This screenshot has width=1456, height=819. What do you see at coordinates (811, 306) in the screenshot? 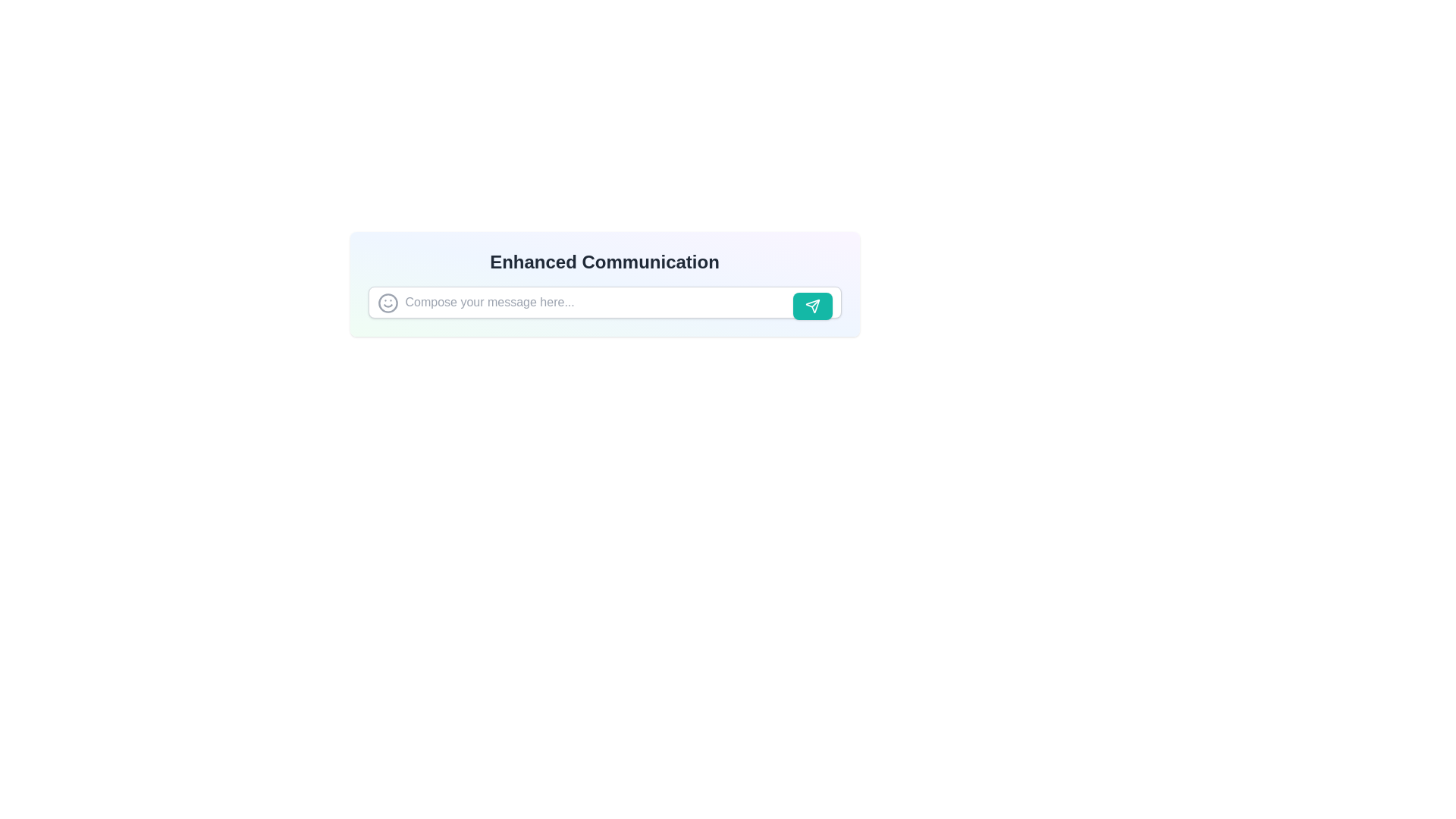
I see `the triangular paper plane icon within the teal circular button located at the right end of the text input field` at bounding box center [811, 306].